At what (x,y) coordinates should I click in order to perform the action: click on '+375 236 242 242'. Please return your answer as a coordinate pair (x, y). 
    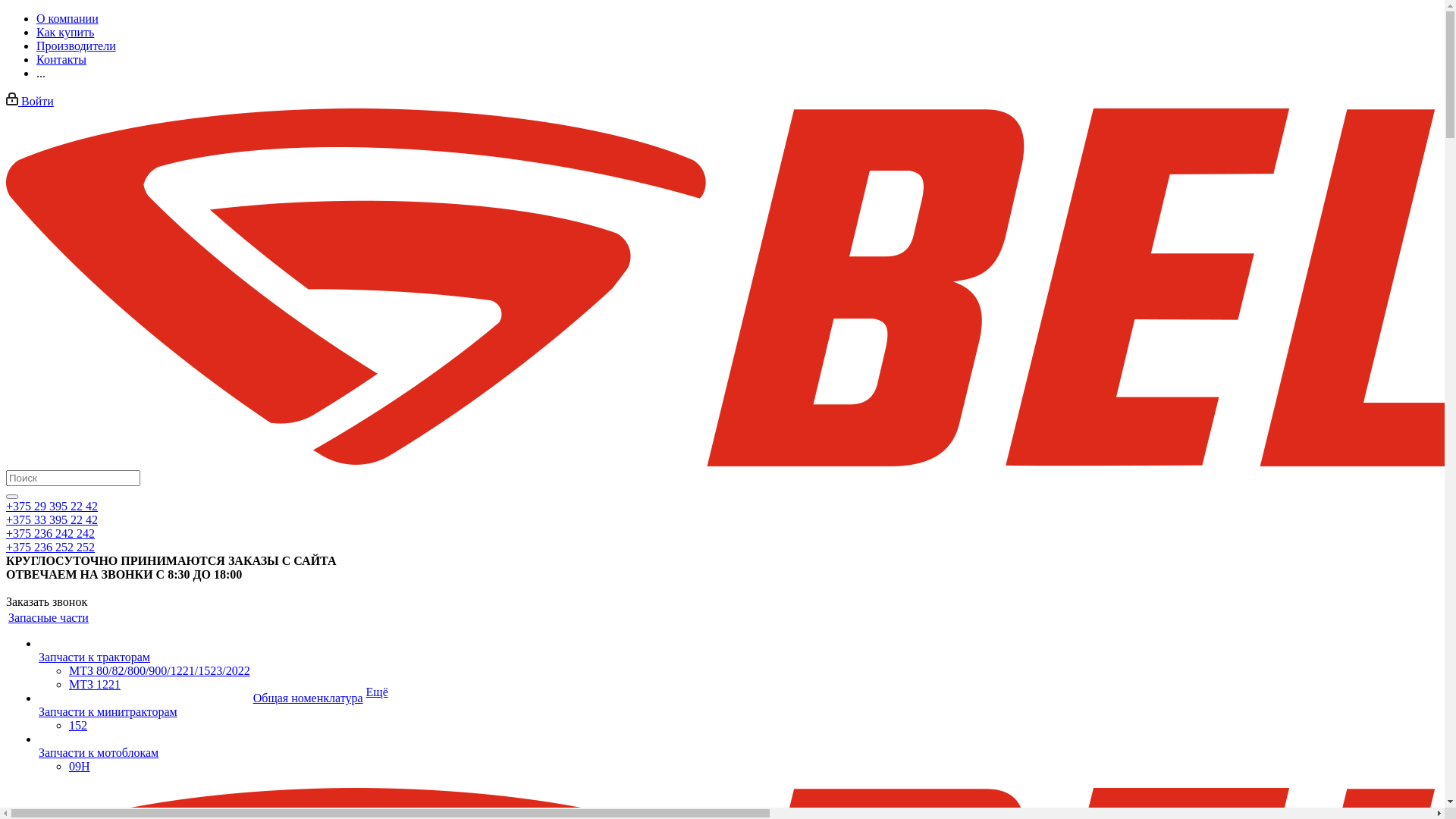
    Looking at the image, I should click on (50, 532).